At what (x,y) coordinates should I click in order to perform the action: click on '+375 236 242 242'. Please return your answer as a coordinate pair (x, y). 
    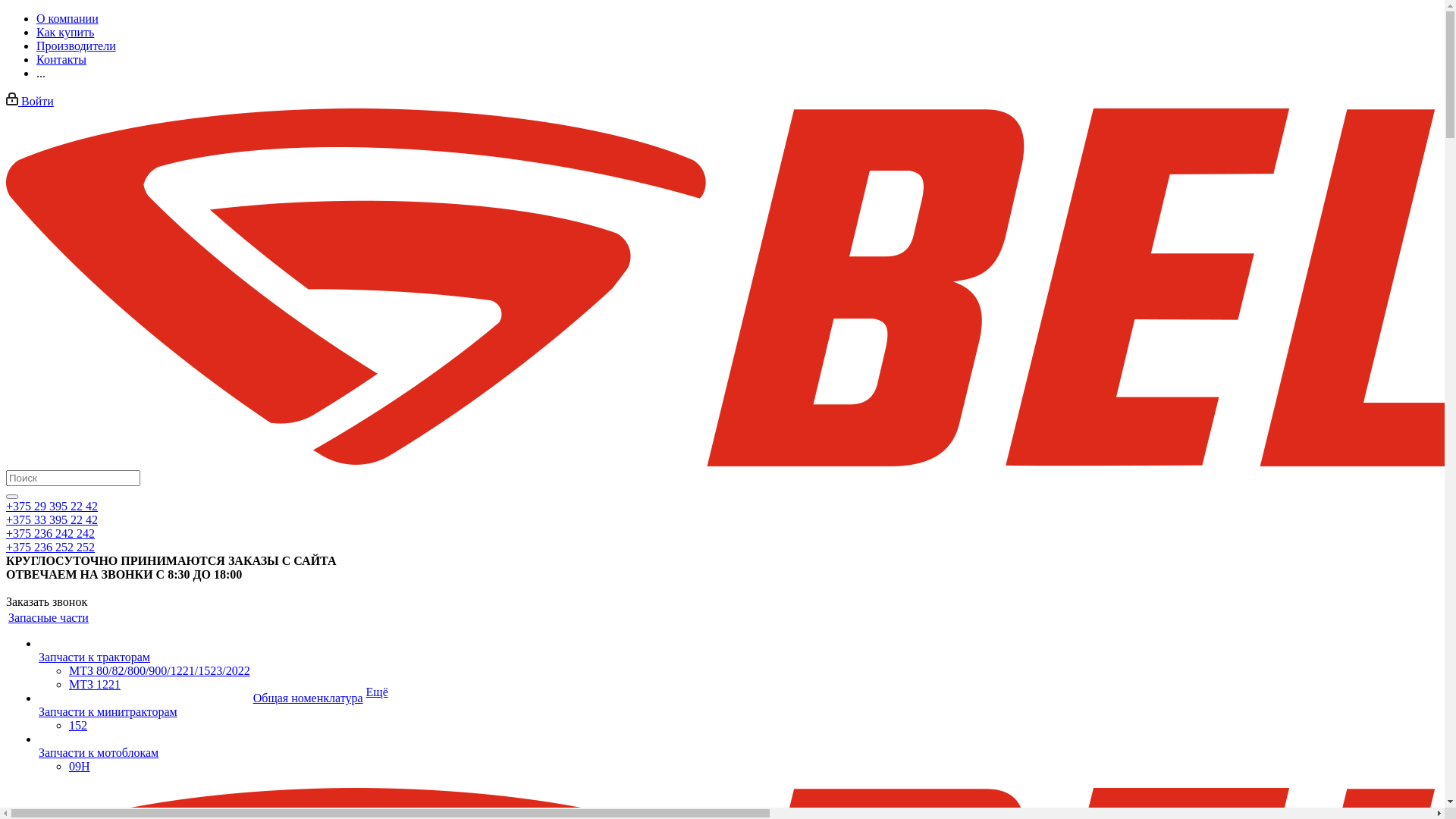
    Looking at the image, I should click on (50, 532).